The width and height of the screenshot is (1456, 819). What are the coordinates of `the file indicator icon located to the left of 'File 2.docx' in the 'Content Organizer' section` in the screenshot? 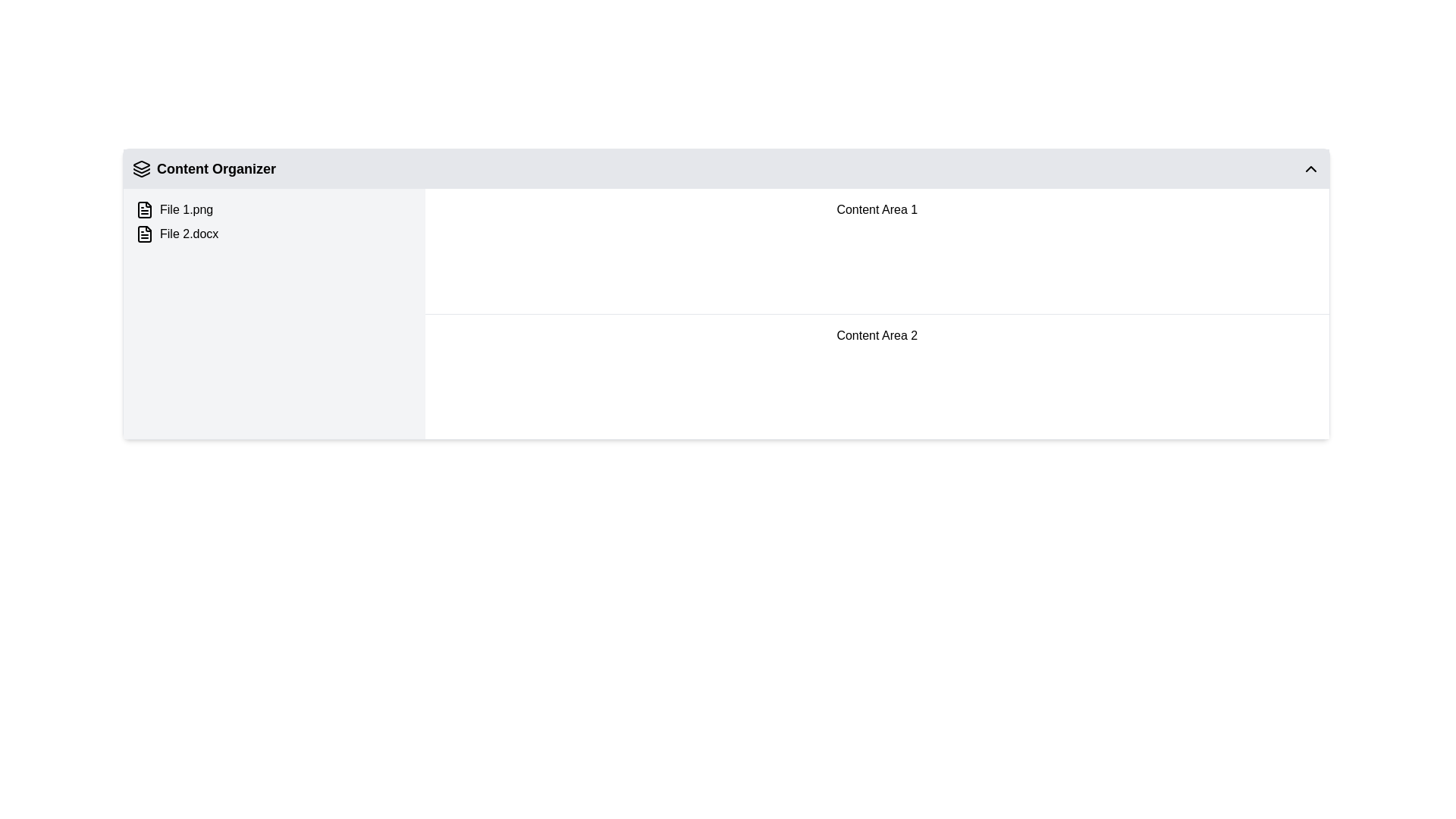 It's located at (145, 234).